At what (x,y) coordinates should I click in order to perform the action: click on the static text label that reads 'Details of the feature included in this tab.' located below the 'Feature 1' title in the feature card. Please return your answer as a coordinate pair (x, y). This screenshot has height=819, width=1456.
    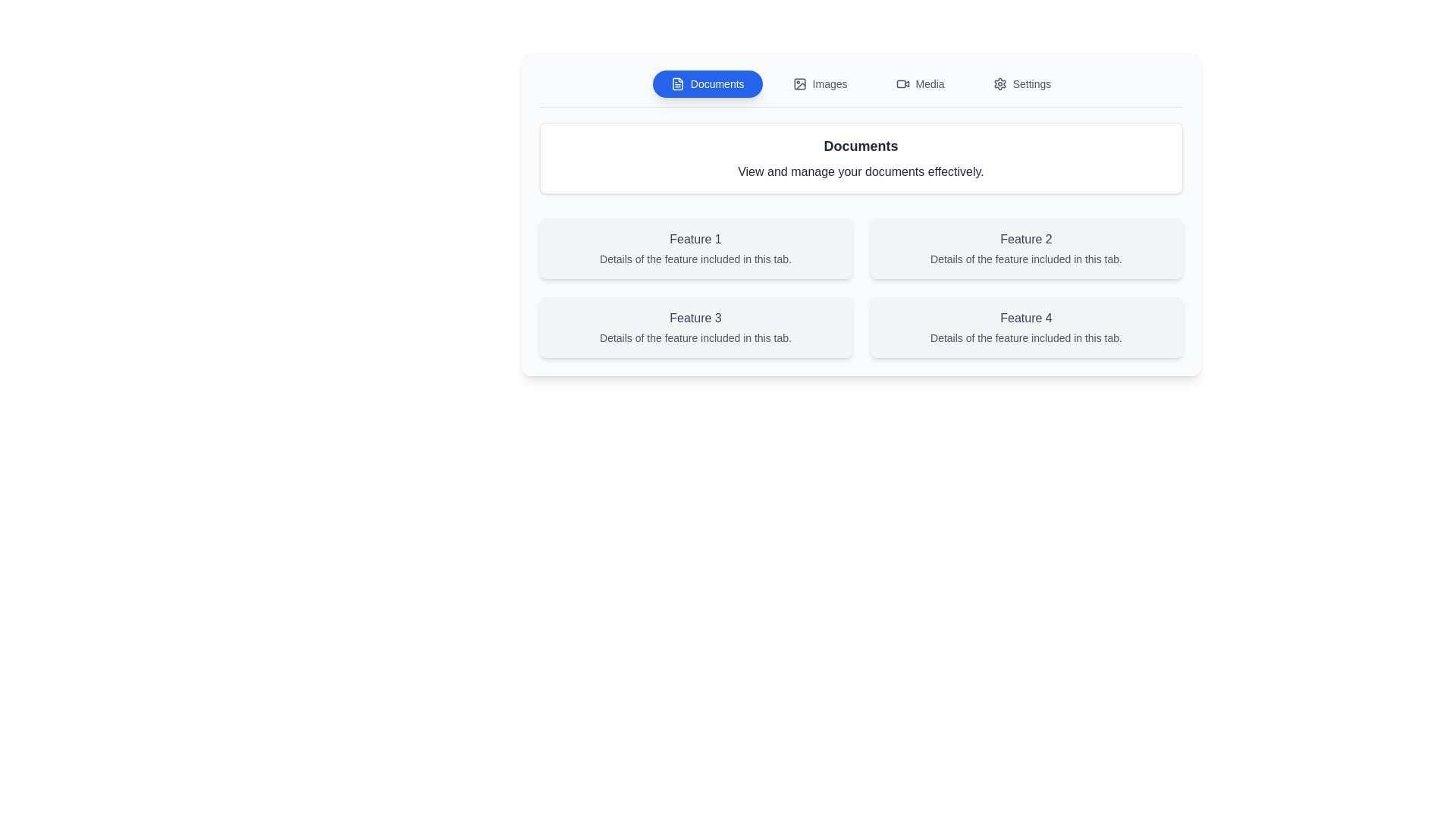
    Looking at the image, I should click on (695, 259).